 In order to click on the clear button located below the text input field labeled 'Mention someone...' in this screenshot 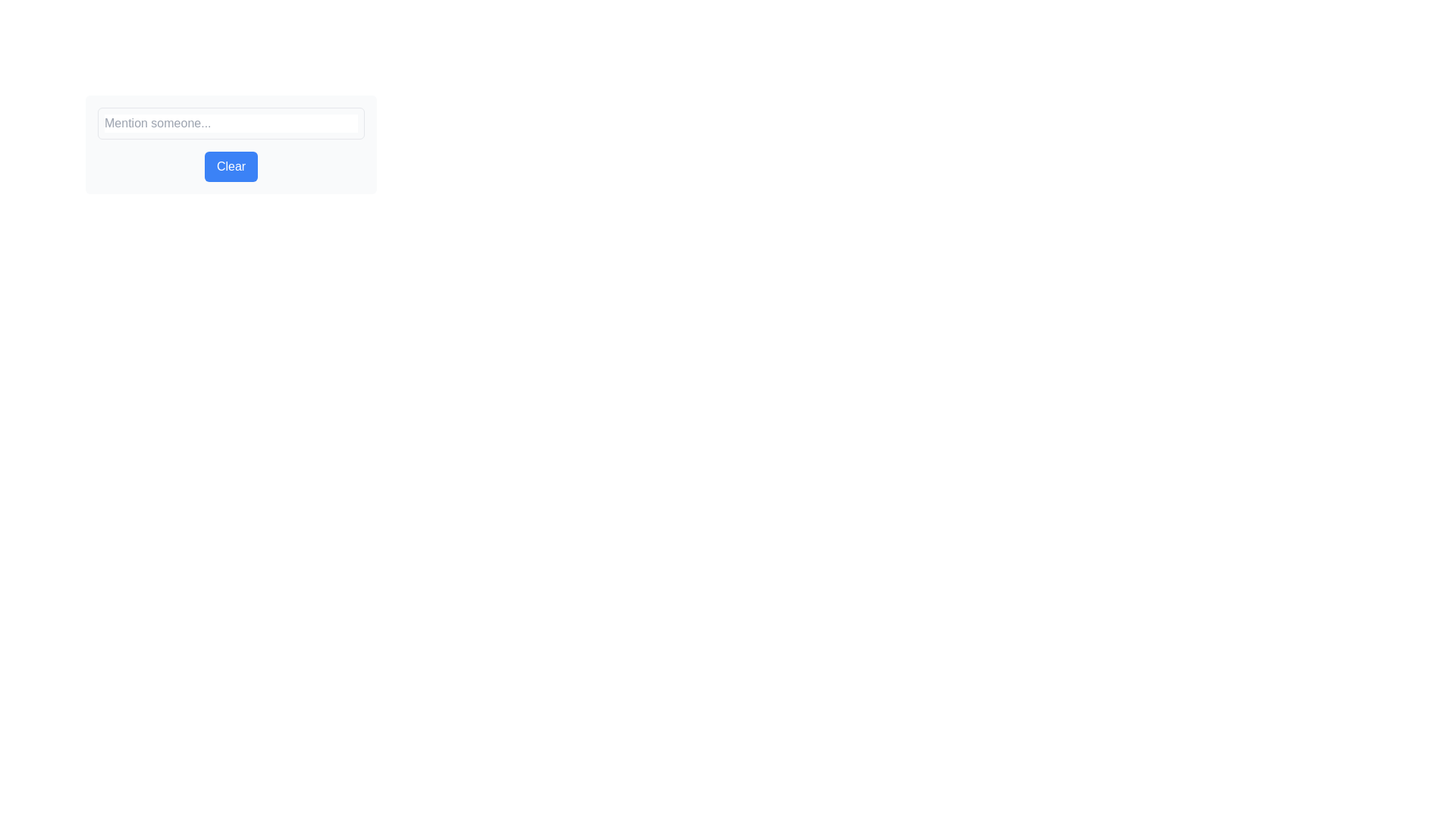, I will do `click(231, 145)`.